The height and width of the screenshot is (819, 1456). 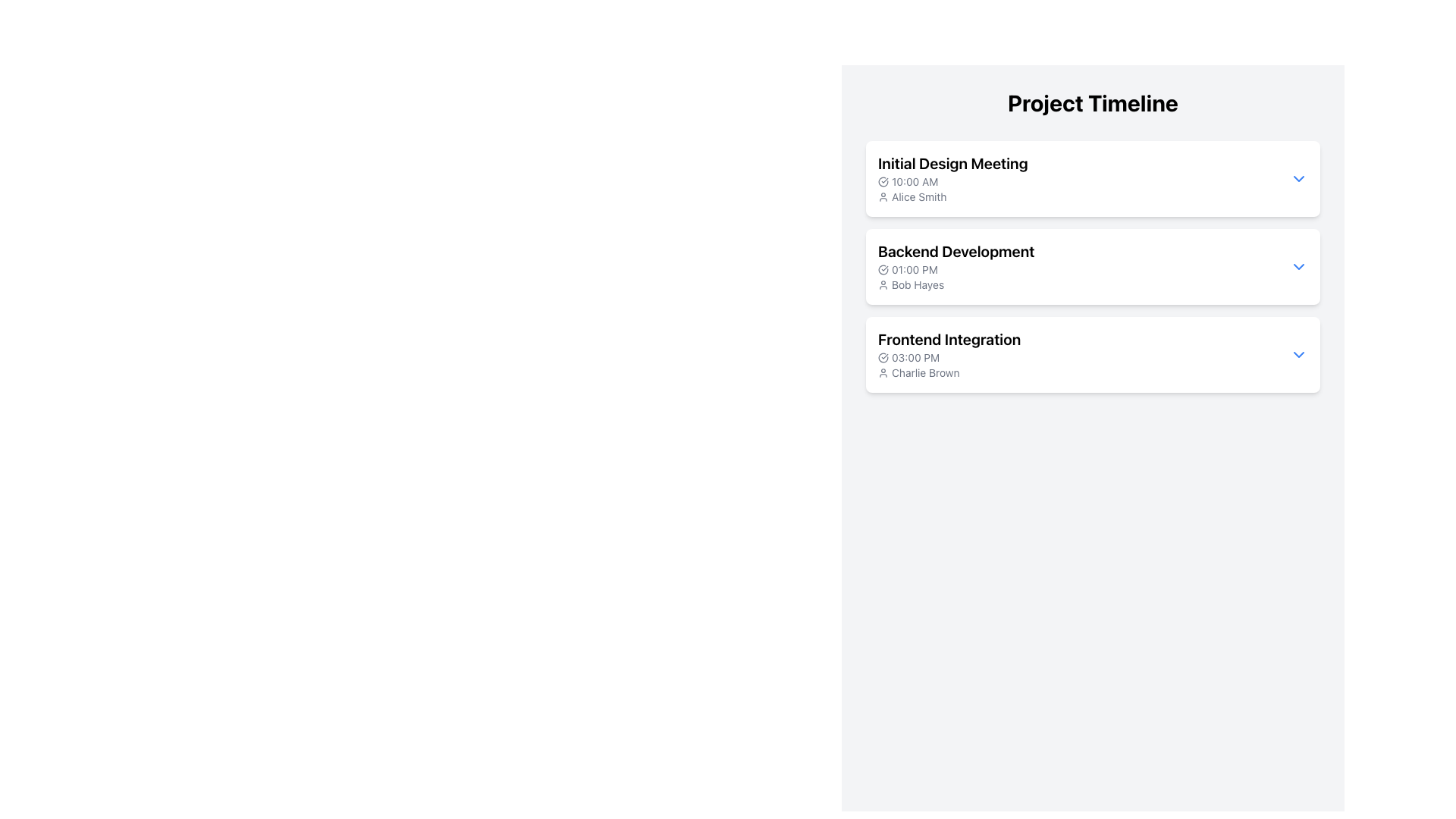 What do you see at coordinates (1298, 177) in the screenshot?
I see `the dropdown toggle icon located at the rightmost position of the card labeled 'Initial Design Meeting'` at bounding box center [1298, 177].